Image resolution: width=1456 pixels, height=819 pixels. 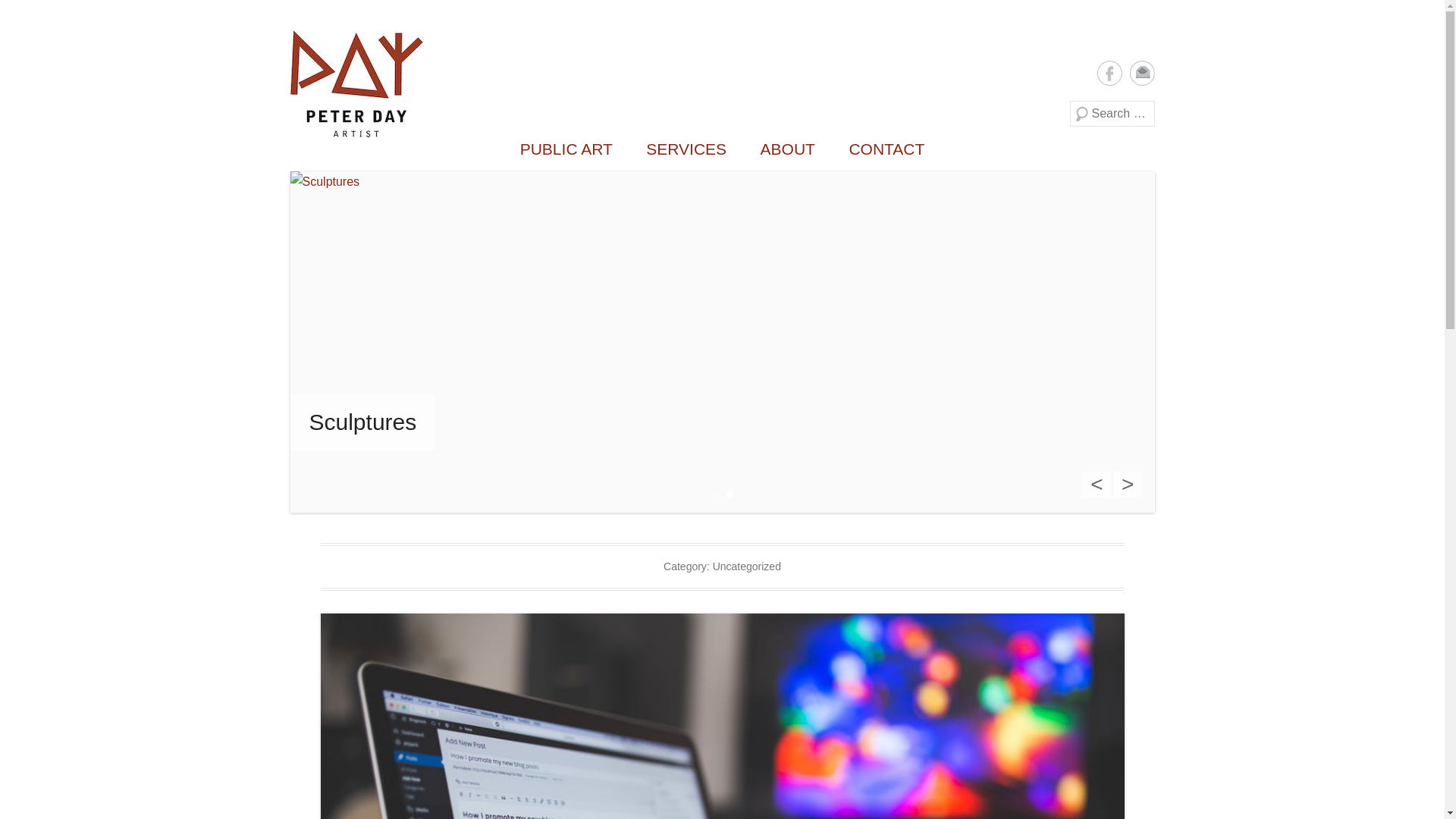 I want to click on 'Skip to content', so click(x=290, y=30).